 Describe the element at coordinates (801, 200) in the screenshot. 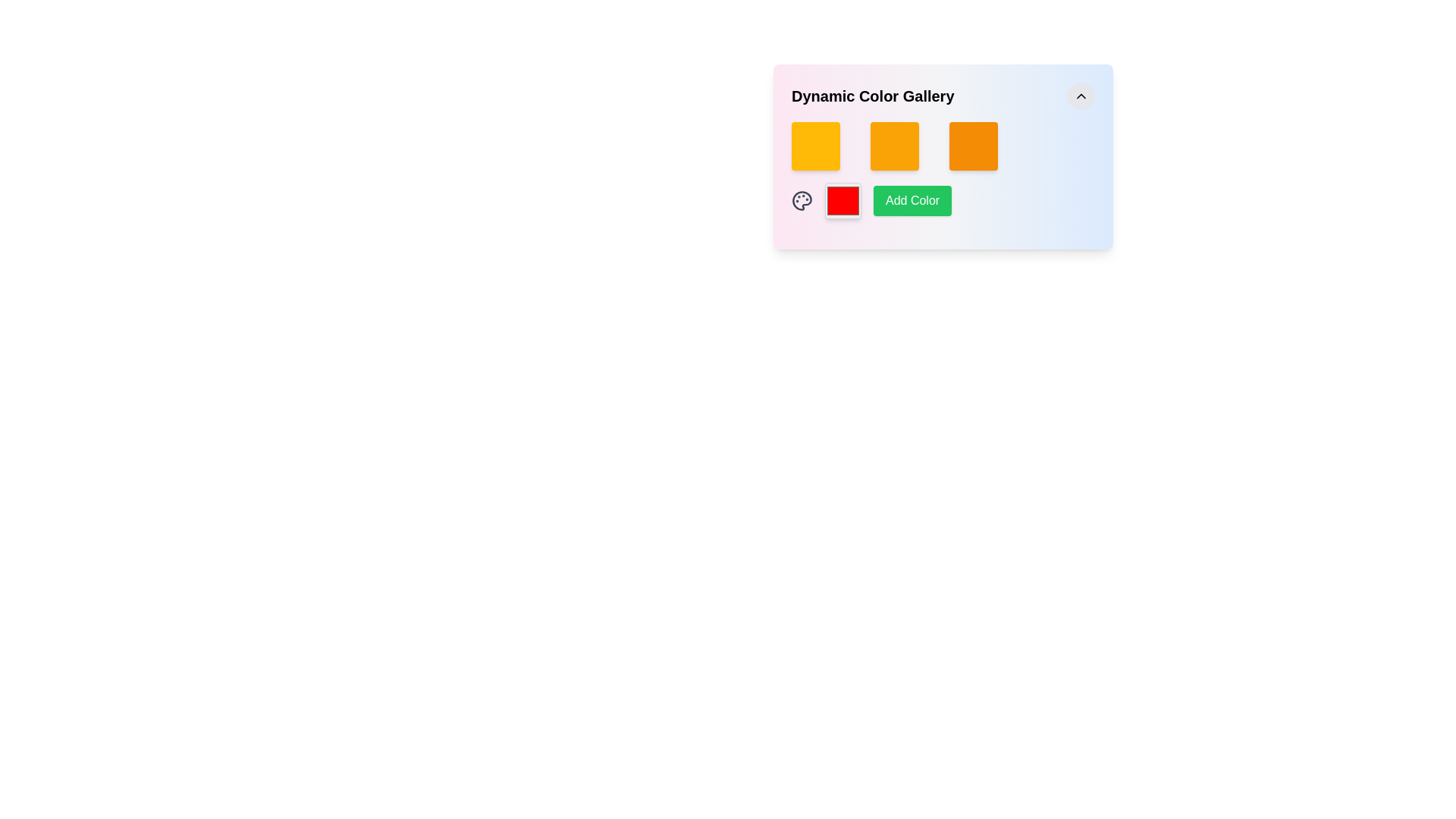

I see `the color palette icon located at the bottom left of the 'Dynamic Color Gallery' card, adjacent to the color squares and left of the 'Add Color' button` at that location.